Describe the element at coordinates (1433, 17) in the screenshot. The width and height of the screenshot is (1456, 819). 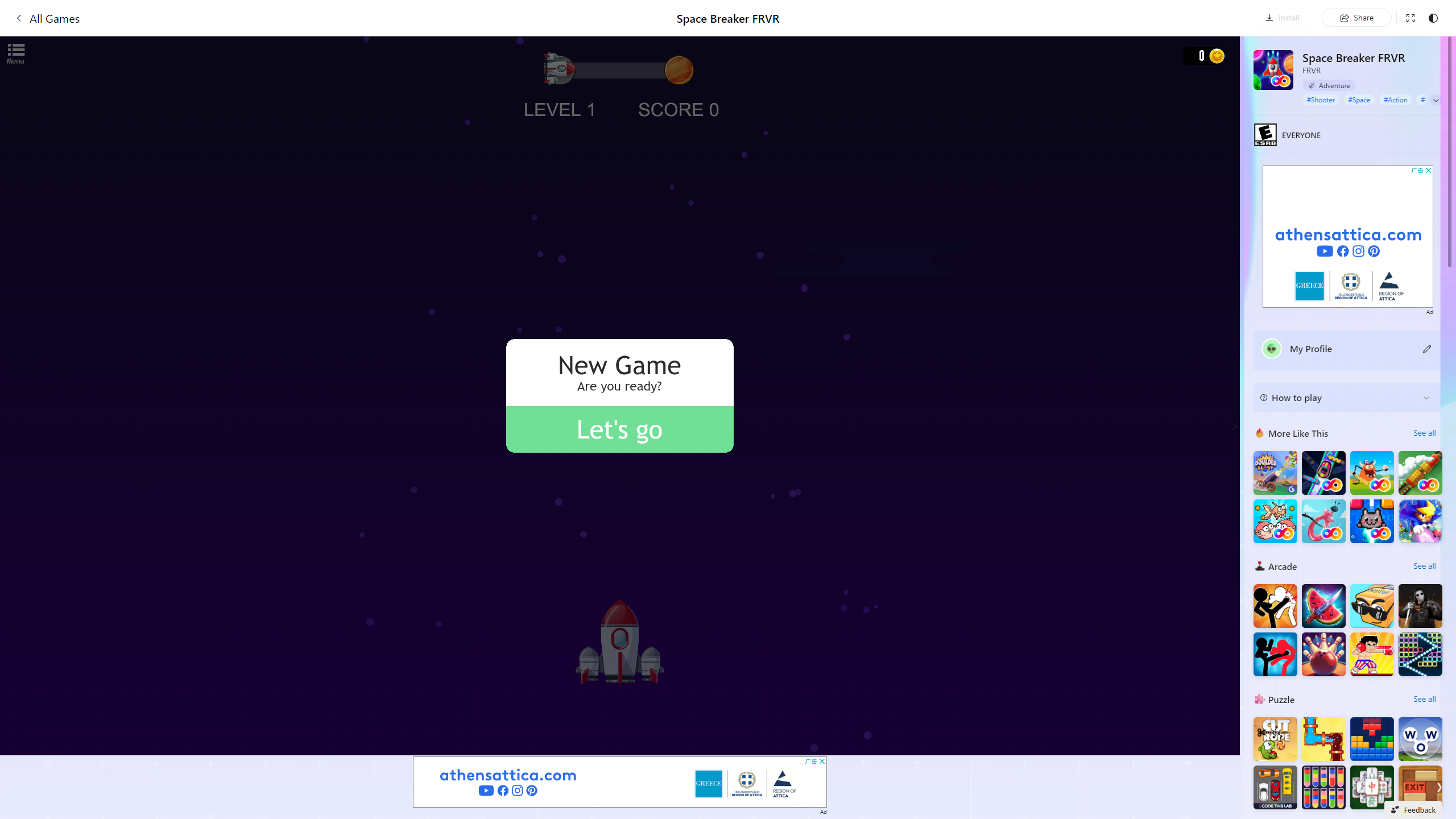
I see `'Change to dark mode'` at that location.